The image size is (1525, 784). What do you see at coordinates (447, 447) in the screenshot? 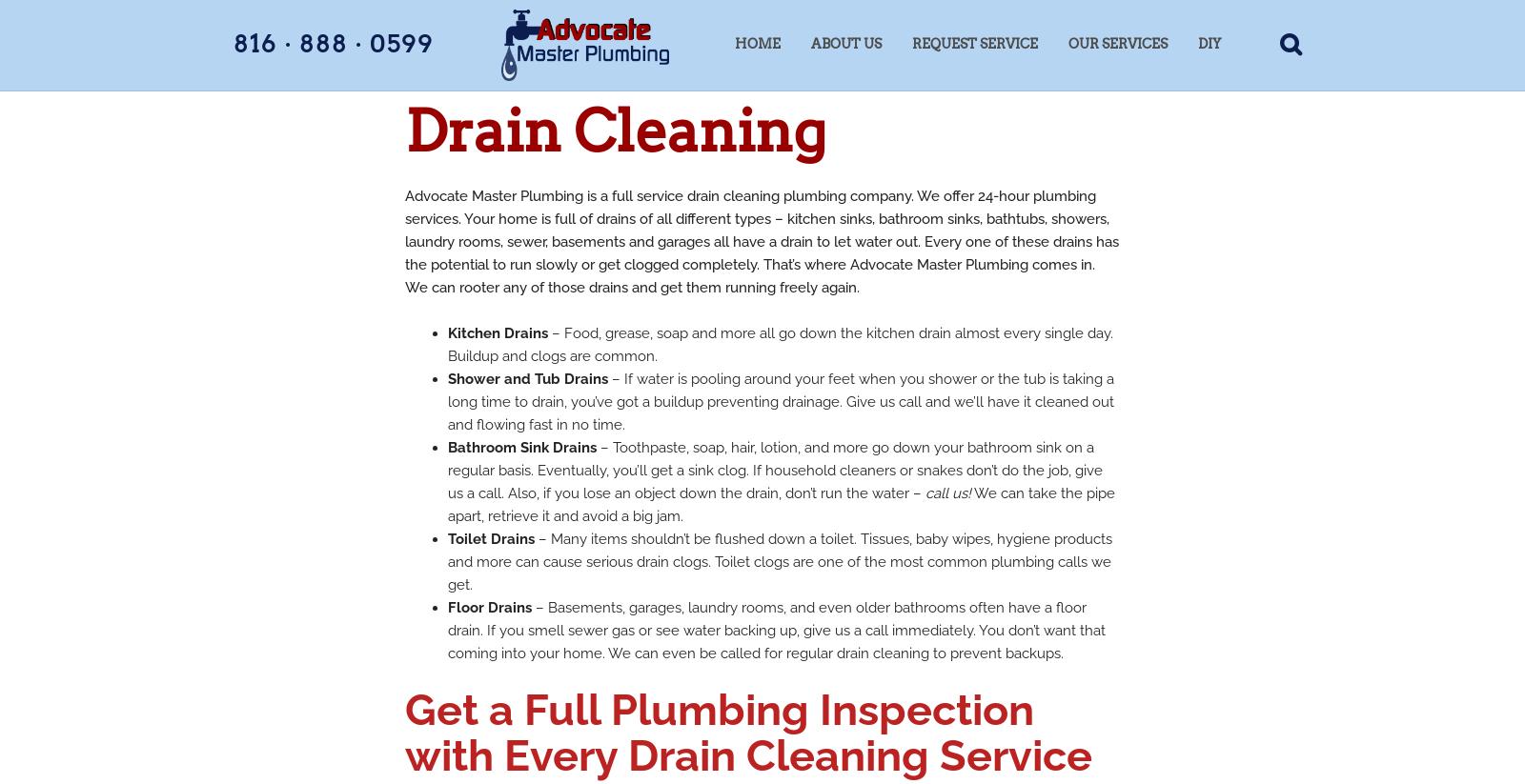
I see `'Bathroom Sink Drains'` at bounding box center [447, 447].